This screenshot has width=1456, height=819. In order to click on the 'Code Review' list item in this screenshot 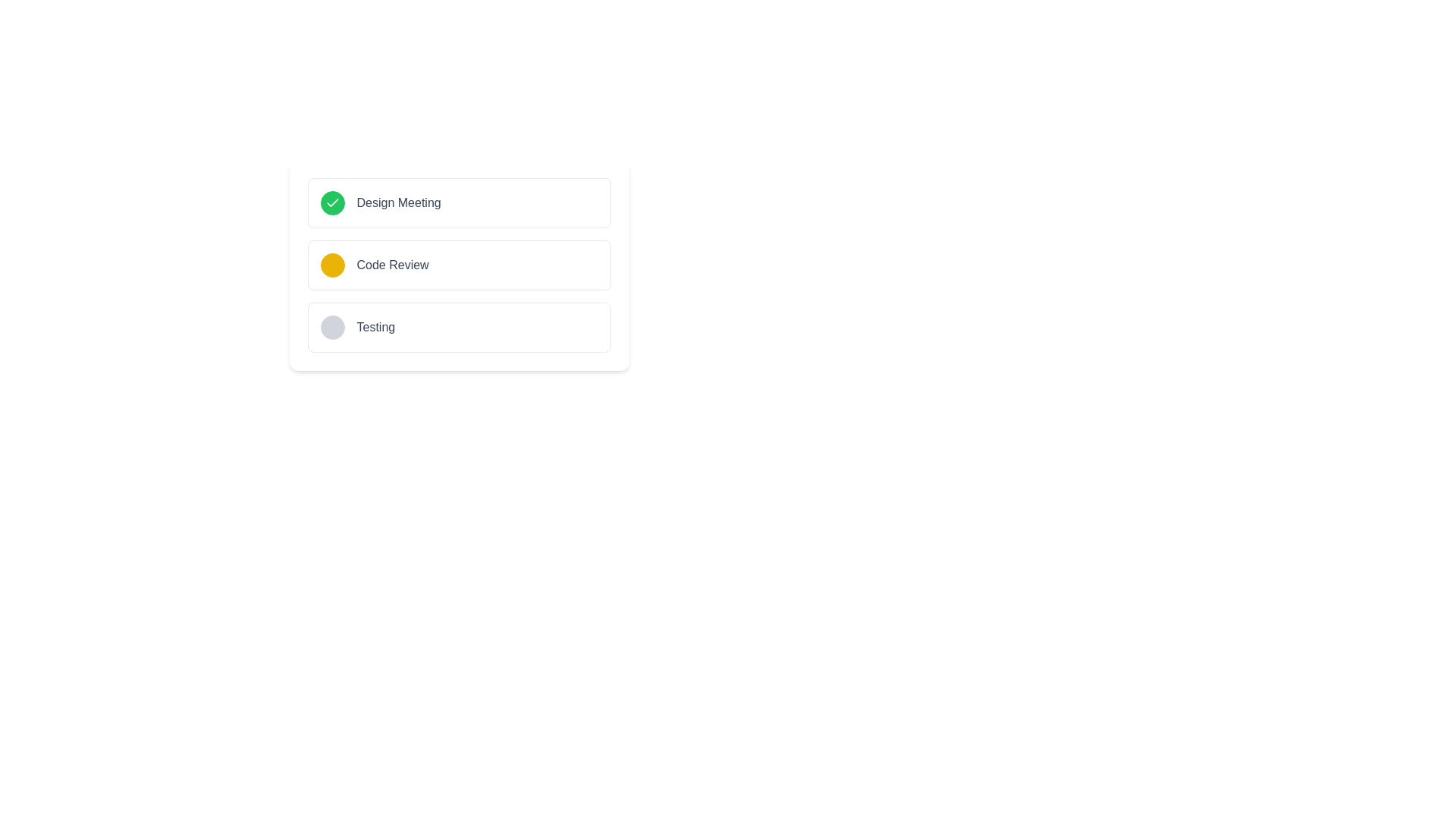, I will do `click(458, 265)`.